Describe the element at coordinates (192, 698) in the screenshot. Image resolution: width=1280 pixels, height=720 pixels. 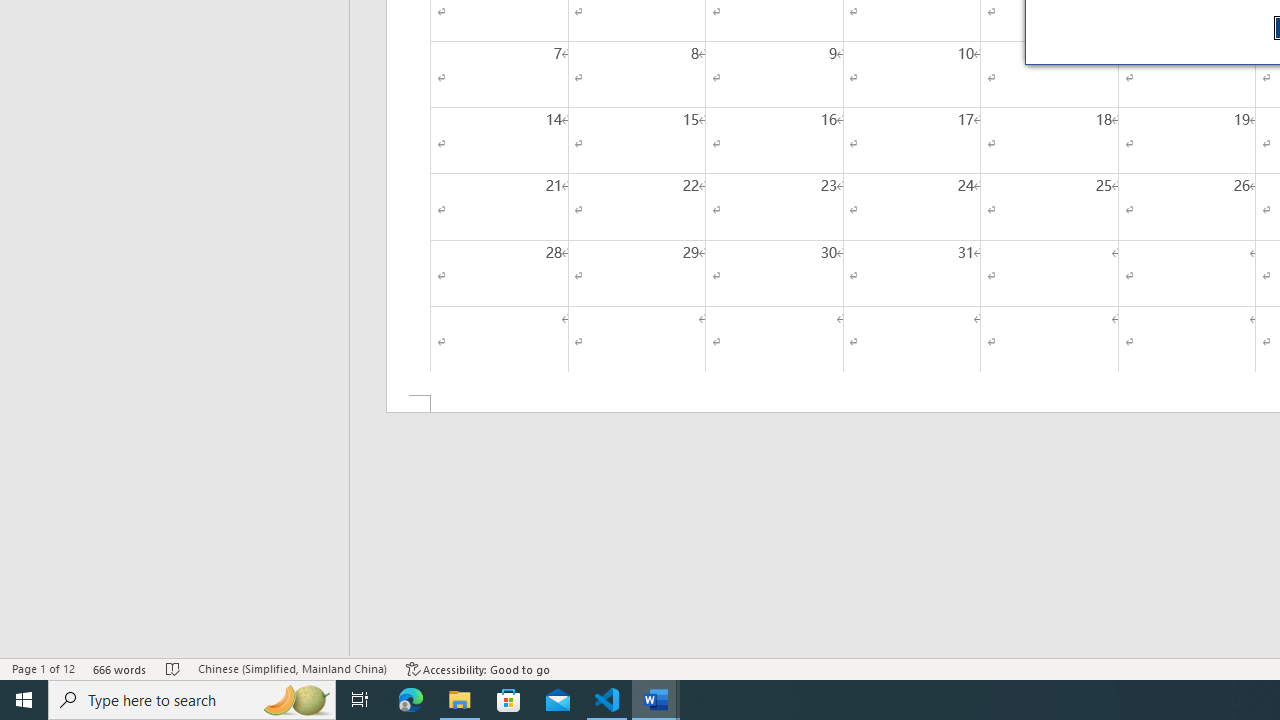
I see `'Type here to search'` at that location.